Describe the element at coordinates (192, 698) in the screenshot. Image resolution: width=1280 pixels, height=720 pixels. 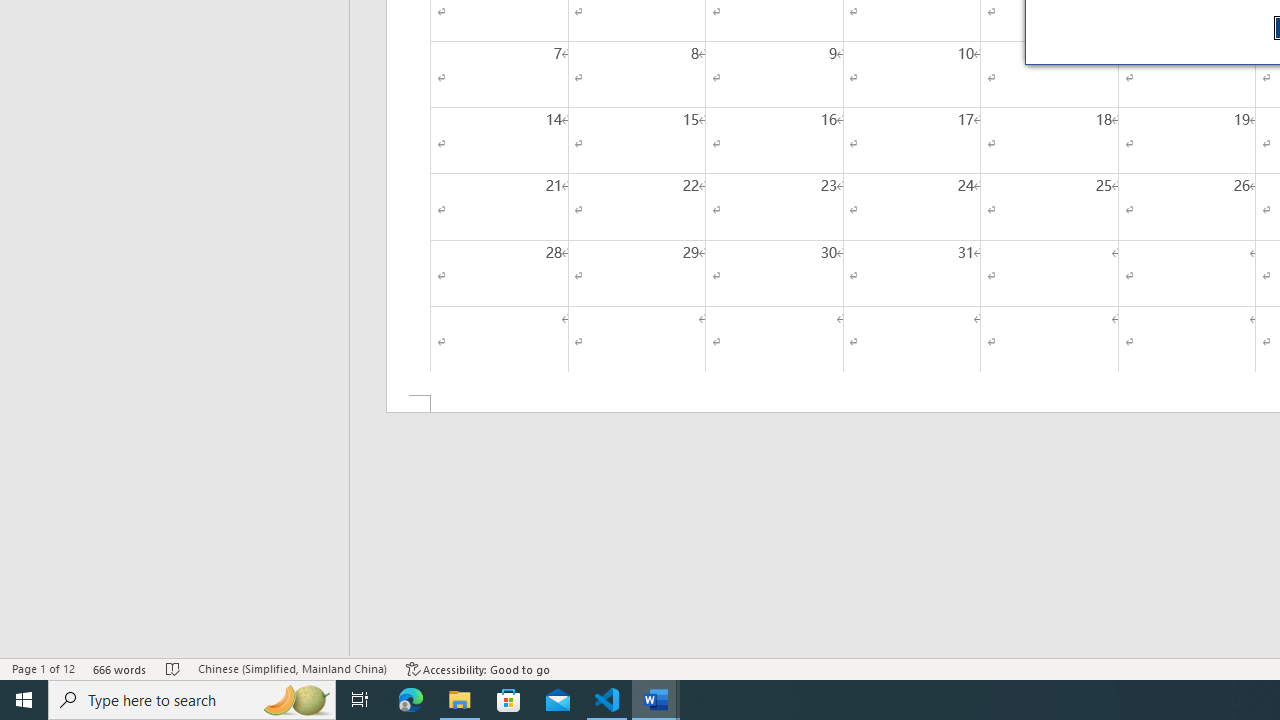
I see `'Type here to search'` at that location.